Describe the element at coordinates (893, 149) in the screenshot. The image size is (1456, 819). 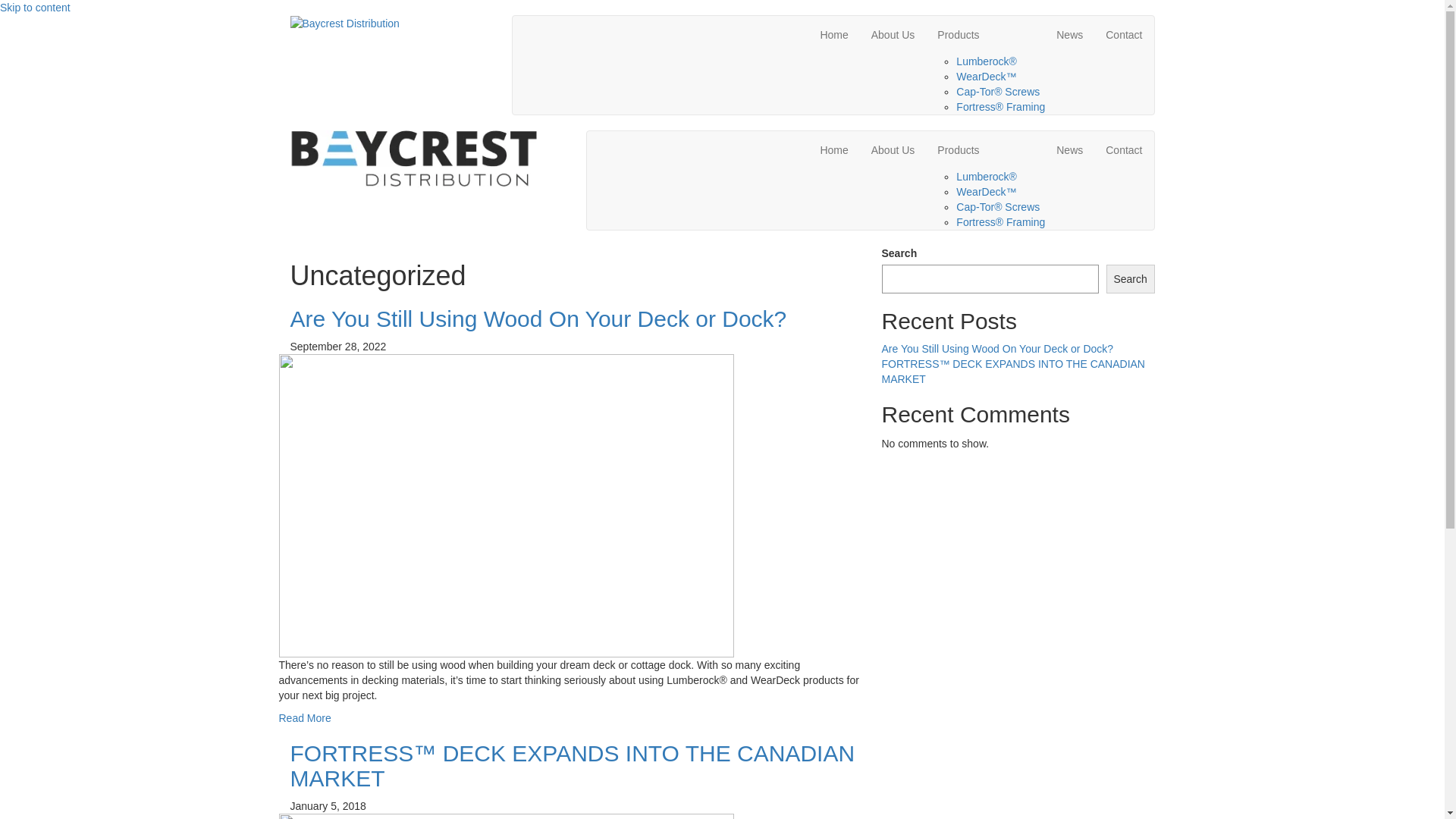
I see `'About Us'` at that location.